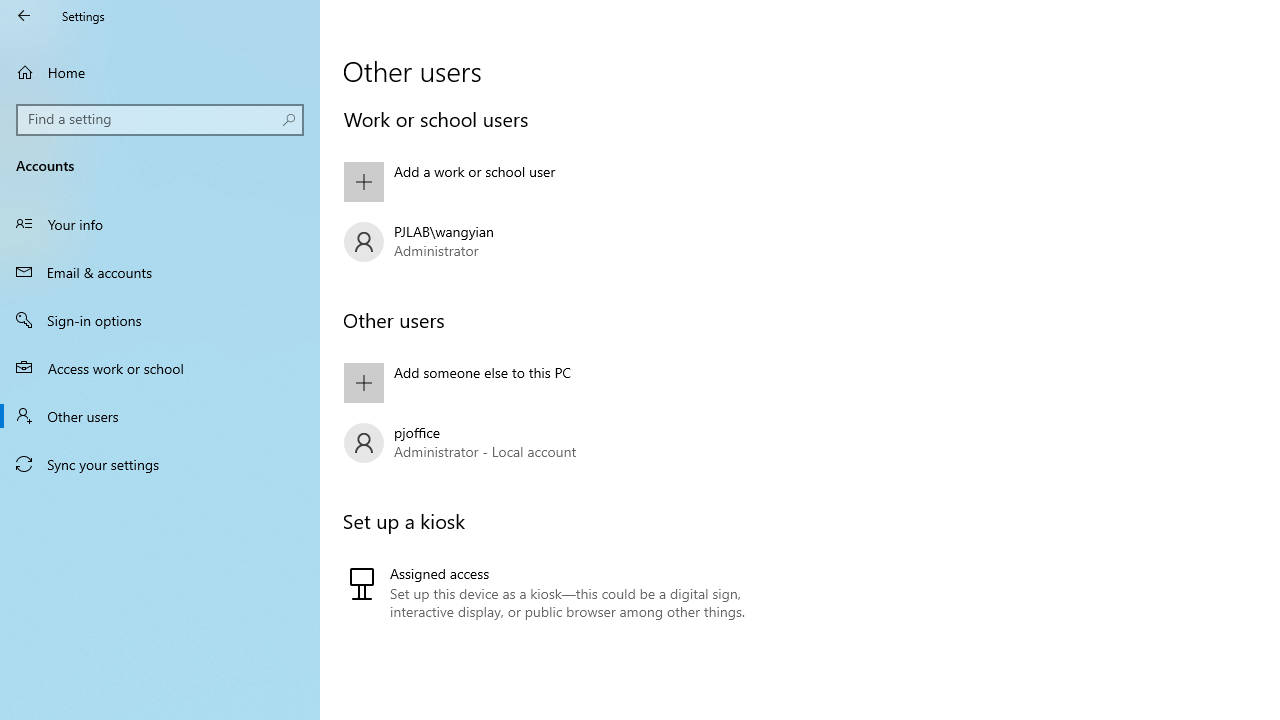 The image size is (1280, 720). I want to click on 'Access work or school', so click(160, 367).